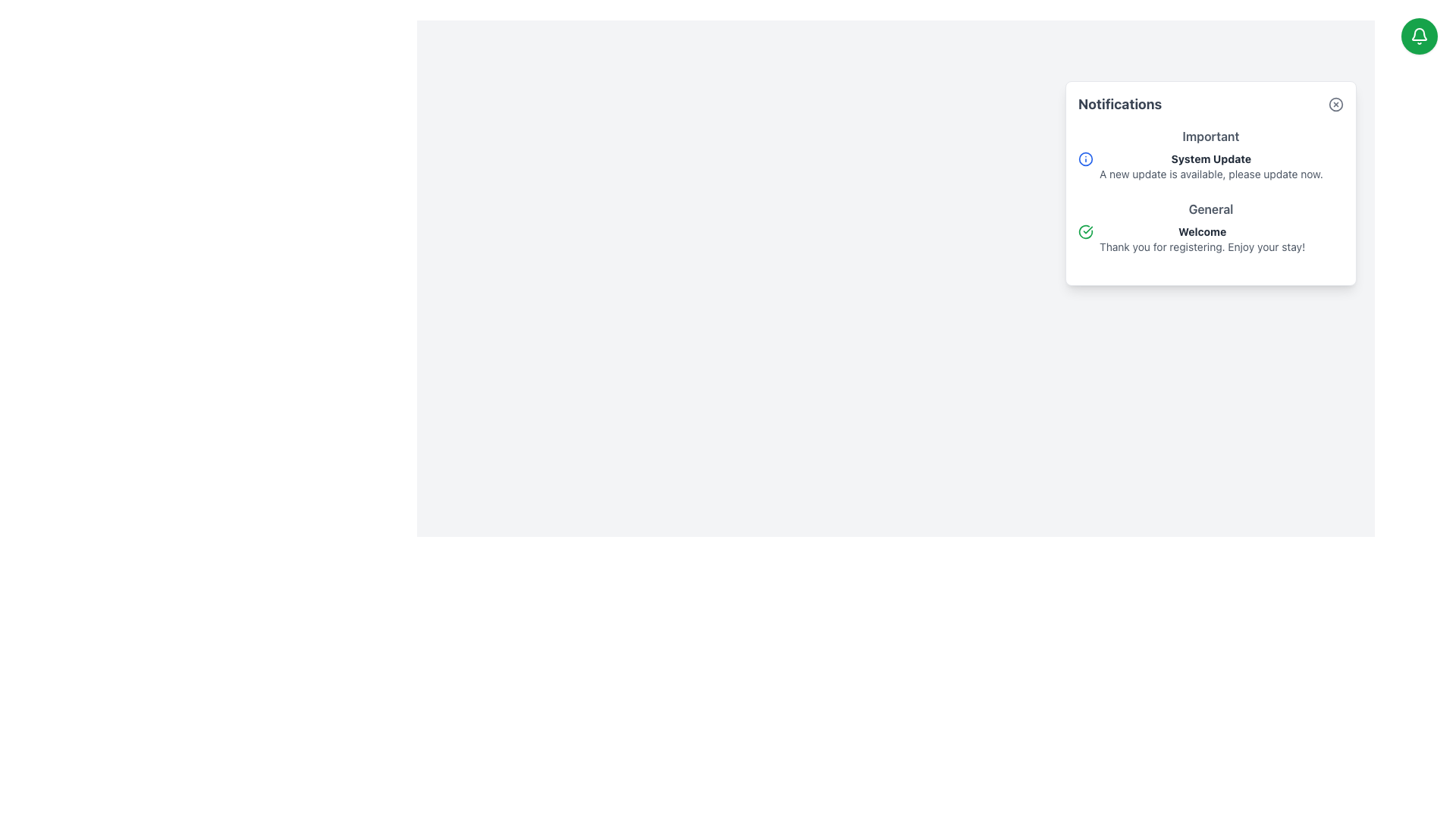  Describe the element at coordinates (1201, 239) in the screenshot. I see `welcoming message text from the Text Block located in the notification panel under the 'General' section, positioned below the green checkmark icon` at that location.